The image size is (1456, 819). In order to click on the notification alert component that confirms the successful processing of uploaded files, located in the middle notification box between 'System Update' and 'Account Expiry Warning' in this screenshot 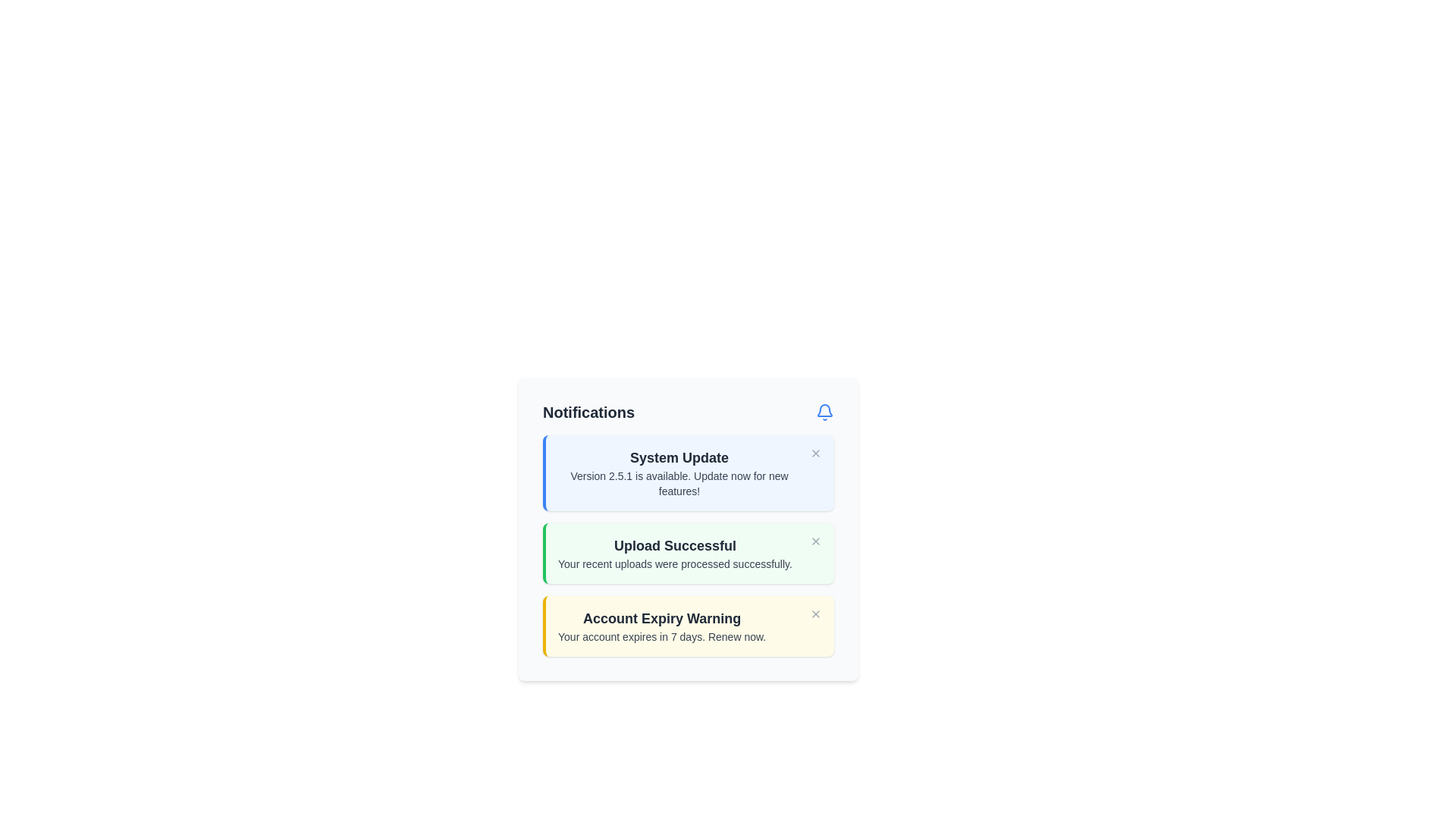, I will do `click(674, 553)`.